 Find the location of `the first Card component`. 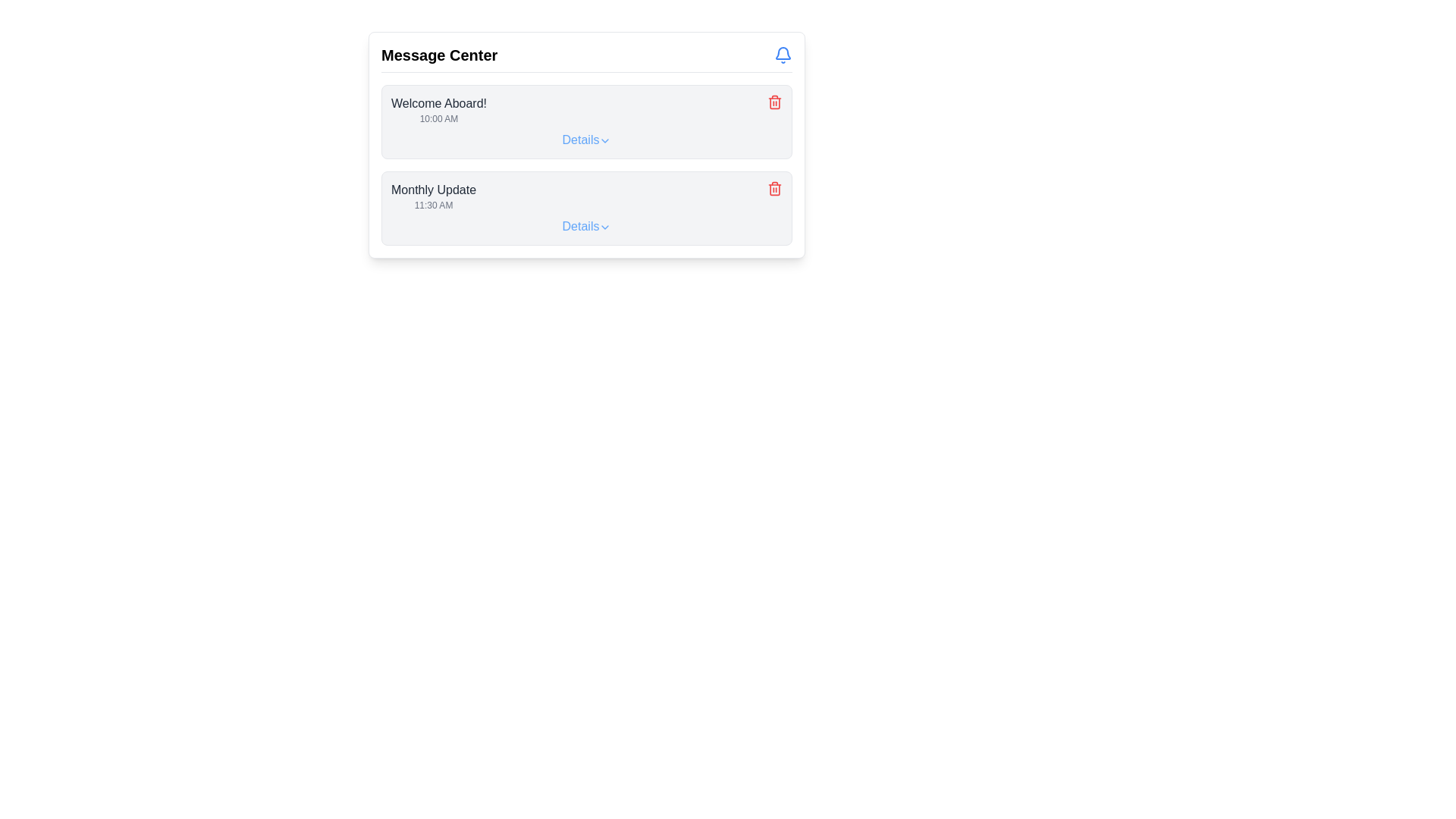

the first Card component is located at coordinates (585, 109).